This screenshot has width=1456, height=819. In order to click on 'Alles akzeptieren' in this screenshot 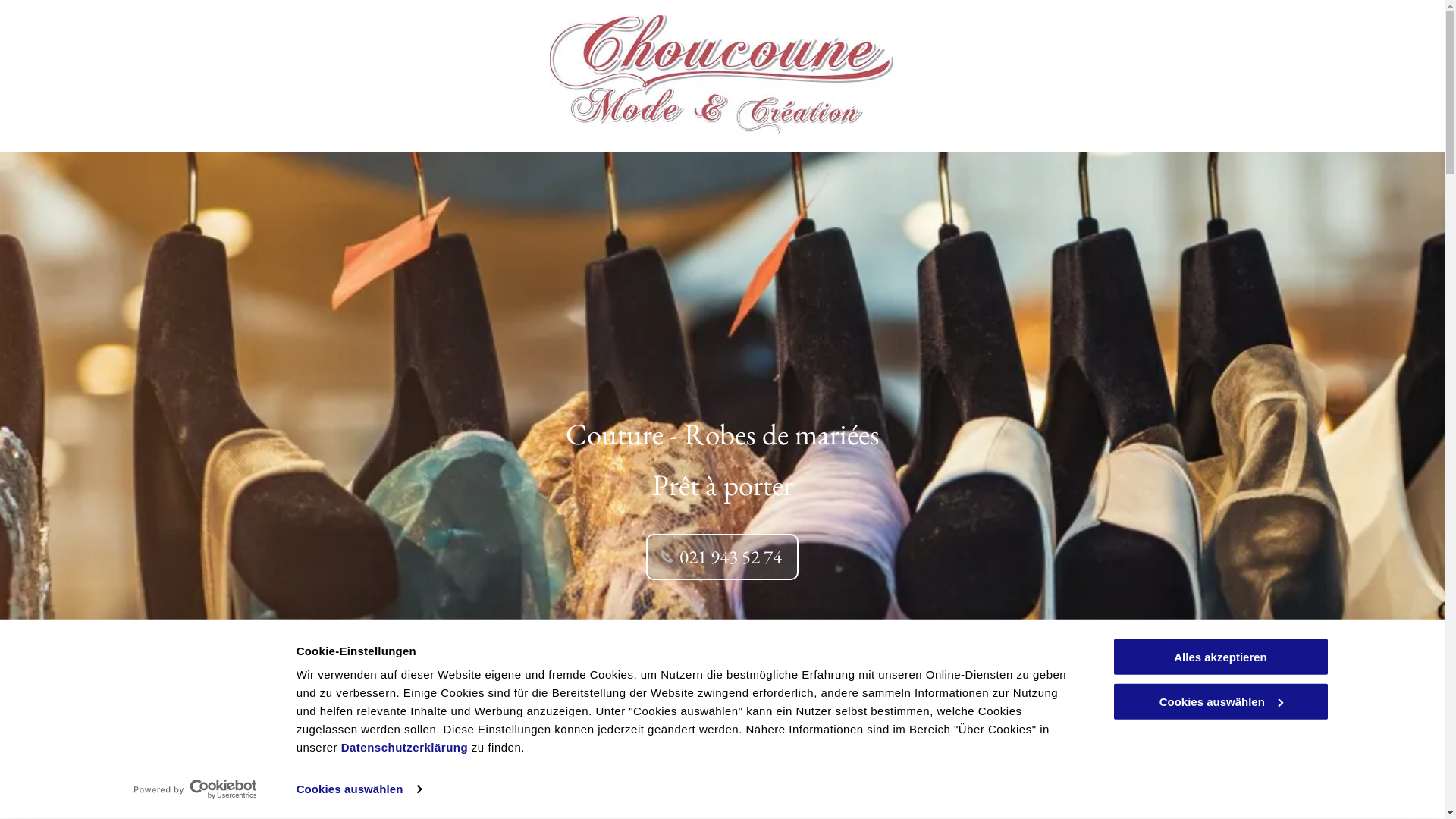, I will do `click(1111, 656)`.